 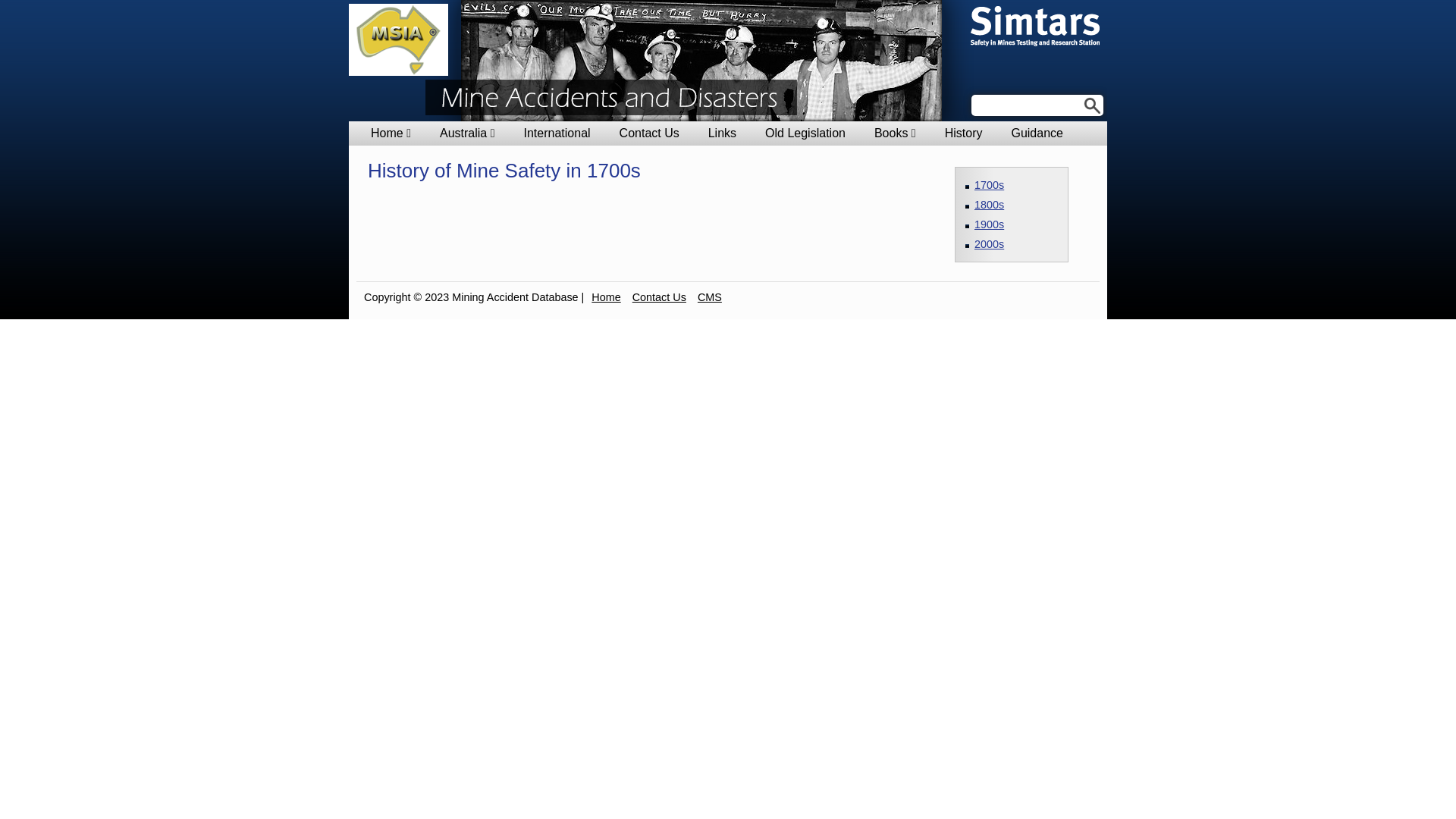 What do you see at coordinates (989, 224) in the screenshot?
I see `'1900s'` at bounding box center [989, 224].